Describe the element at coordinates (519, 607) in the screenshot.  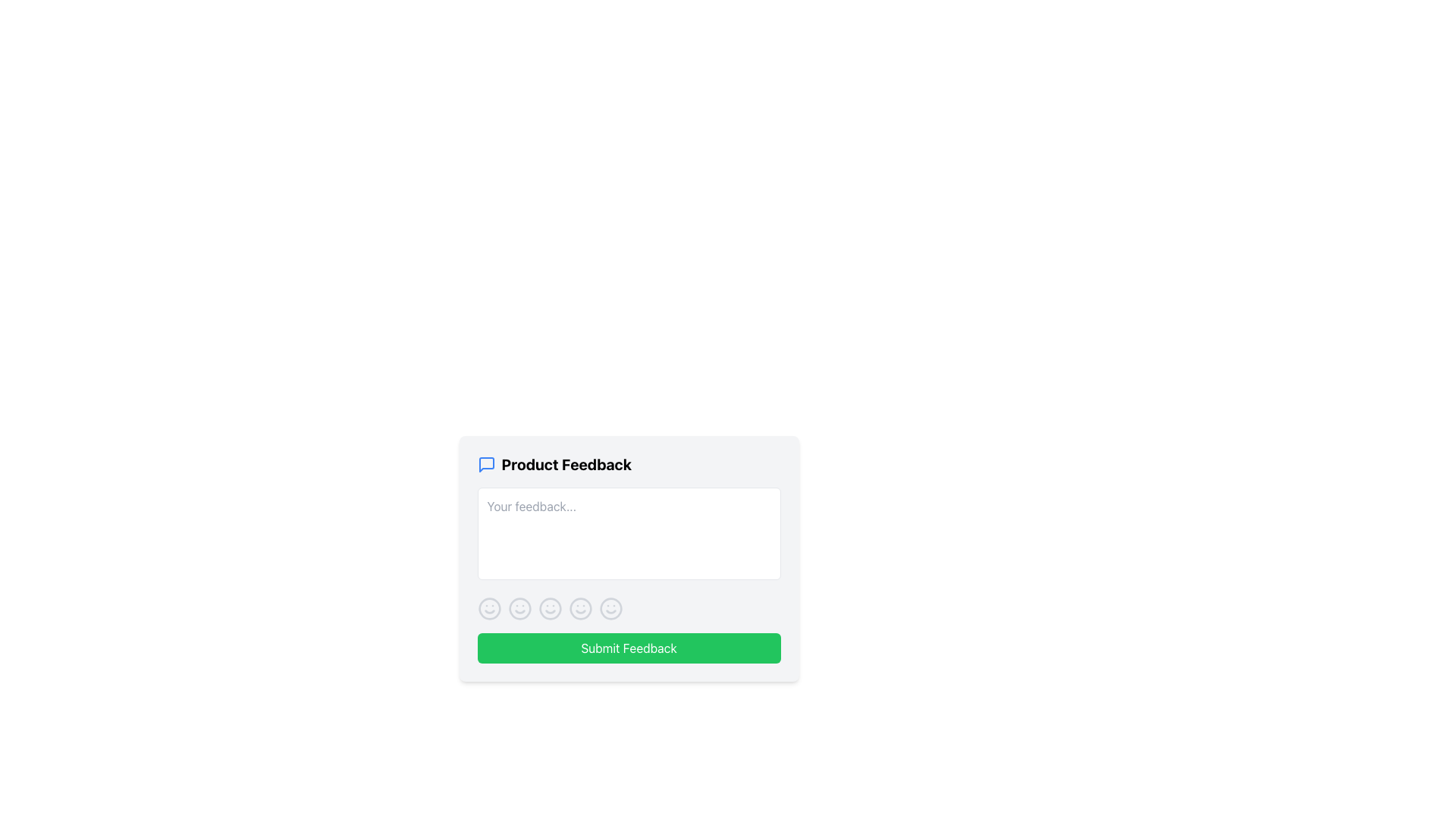
I see `the circular graphical element representing neutral feedback in the SVG illustration` at that location.